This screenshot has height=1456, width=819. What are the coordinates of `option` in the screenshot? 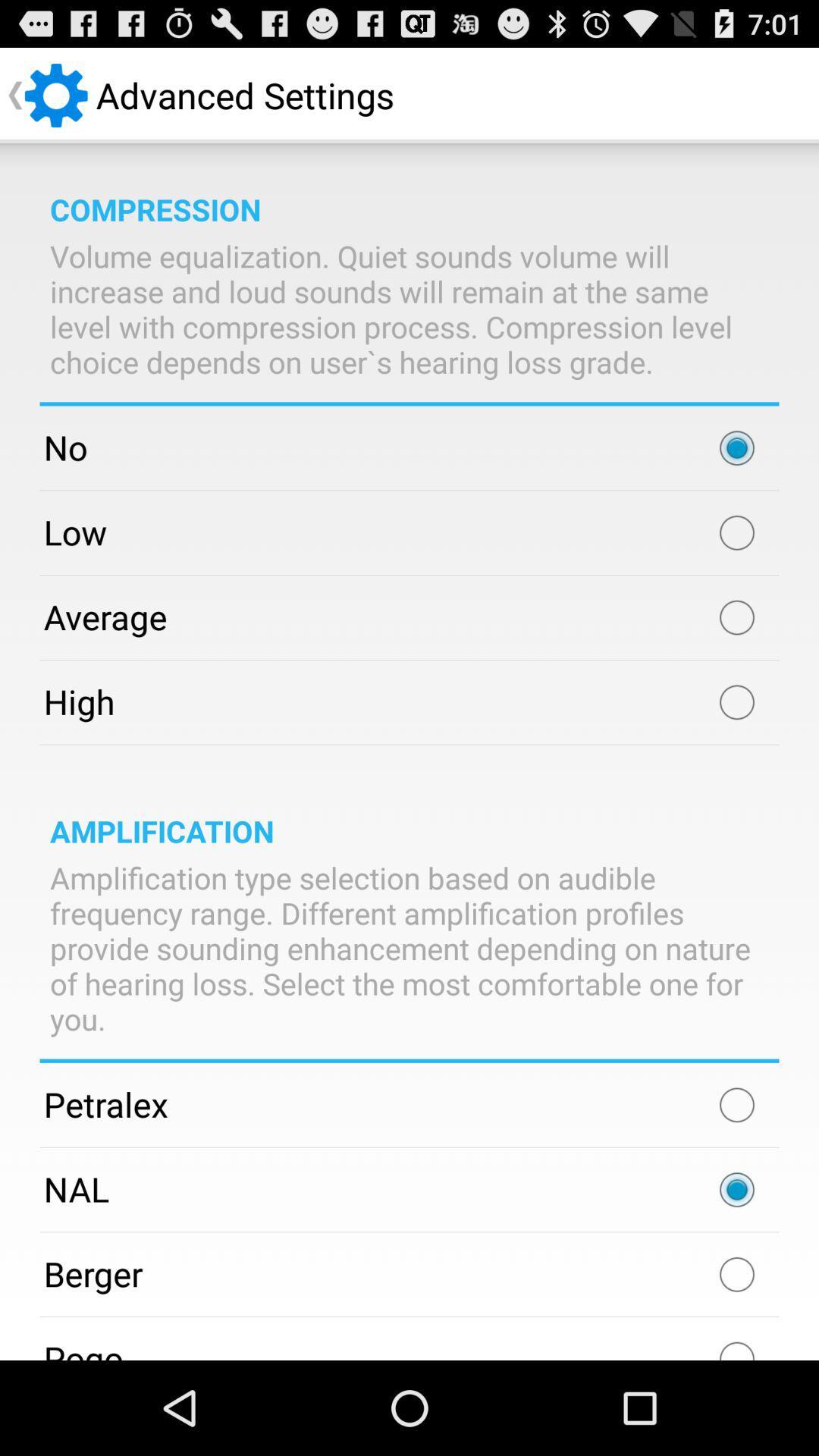 It's located at (736, 1189).